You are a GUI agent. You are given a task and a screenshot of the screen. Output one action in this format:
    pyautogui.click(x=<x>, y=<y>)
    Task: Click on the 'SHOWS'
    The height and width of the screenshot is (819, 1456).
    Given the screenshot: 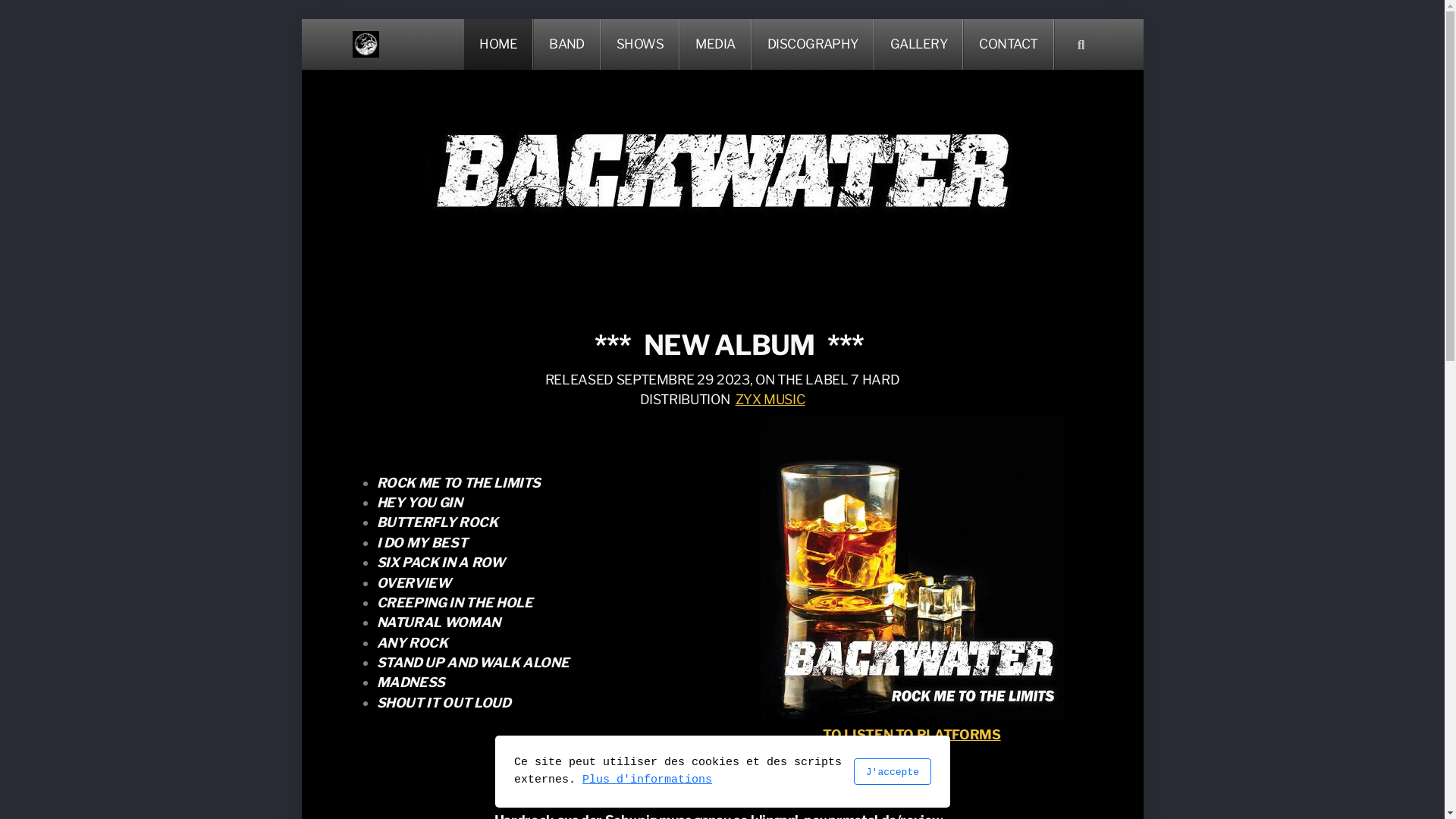 What is the action you would take?
    pyautogui.click(x=640, y=43)
    